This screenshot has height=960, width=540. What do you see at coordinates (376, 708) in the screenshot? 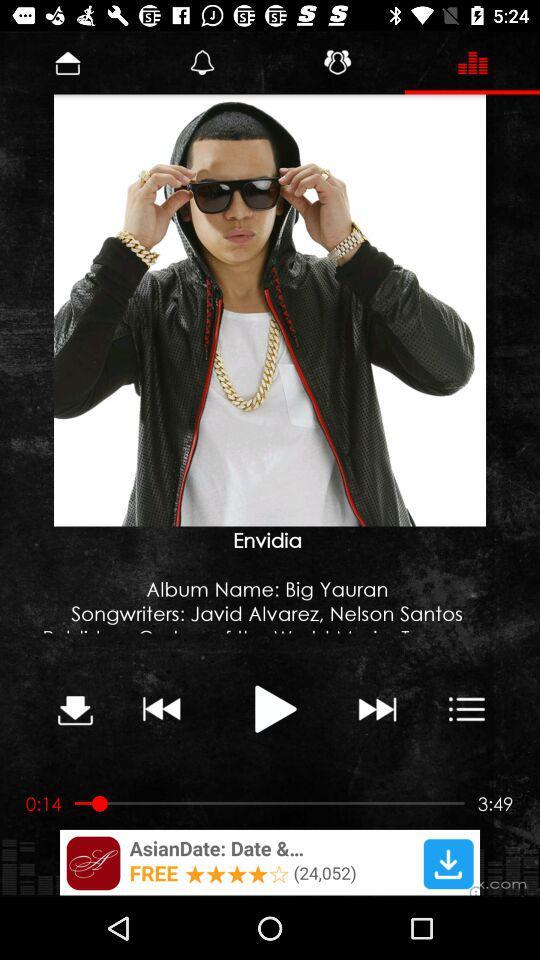
I see `the skip_next icon` at bounding box center [376, 708].